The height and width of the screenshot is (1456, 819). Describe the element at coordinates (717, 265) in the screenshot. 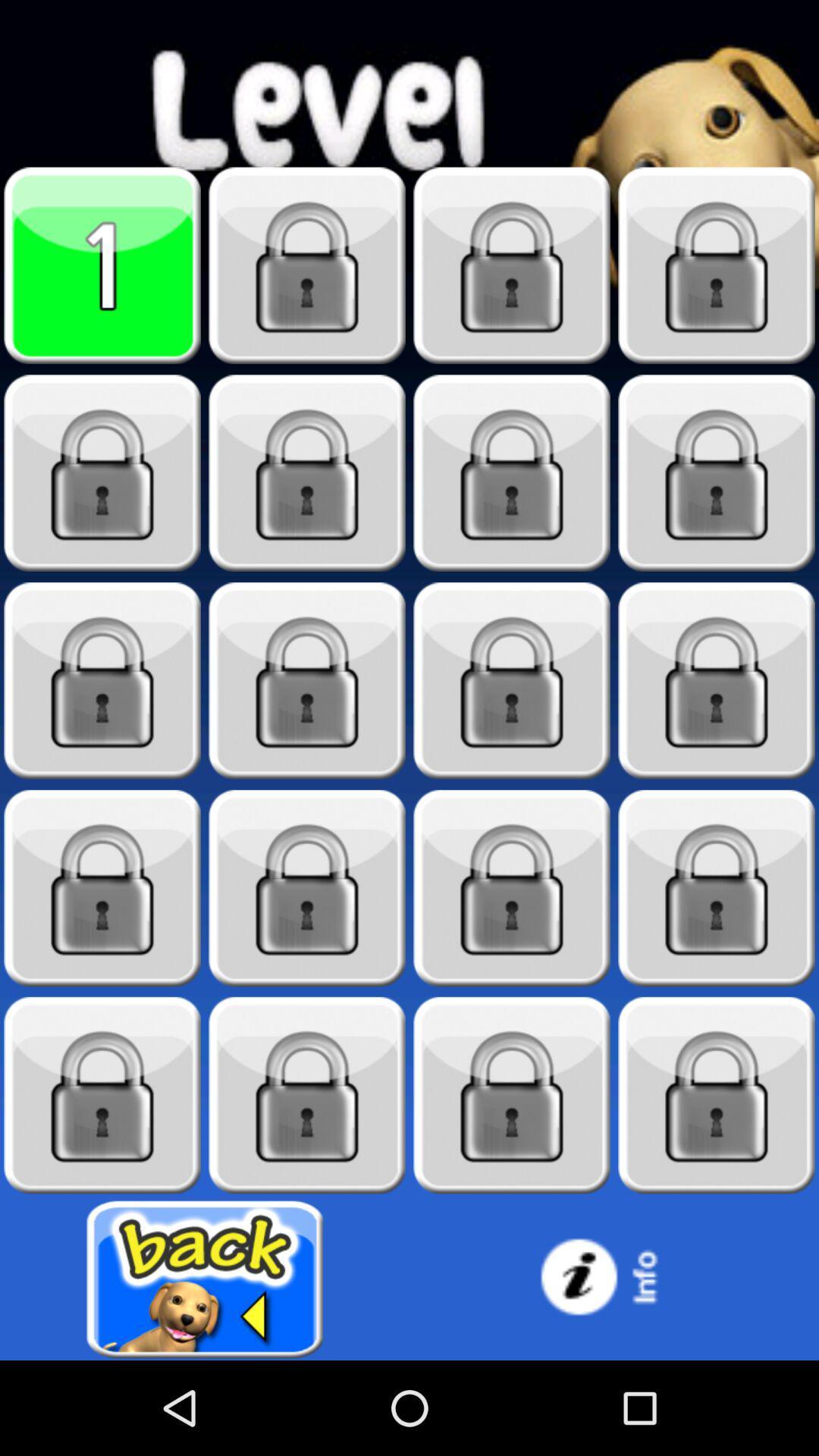

I see `access level 4` at that location.